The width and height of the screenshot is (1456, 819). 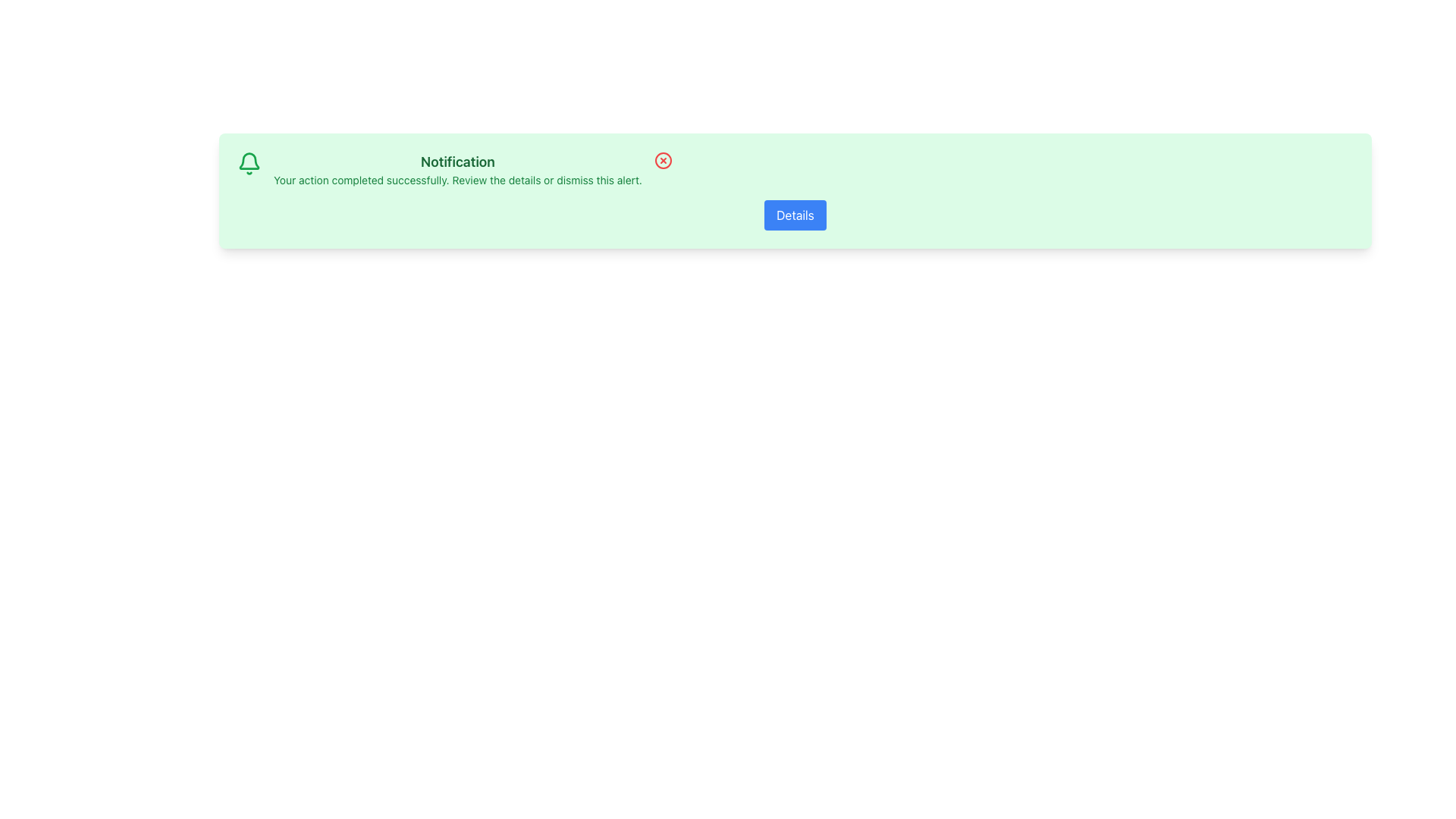 I want to click on the circular red dismiss button with an 'X' inside, so click(x=663, y=161).